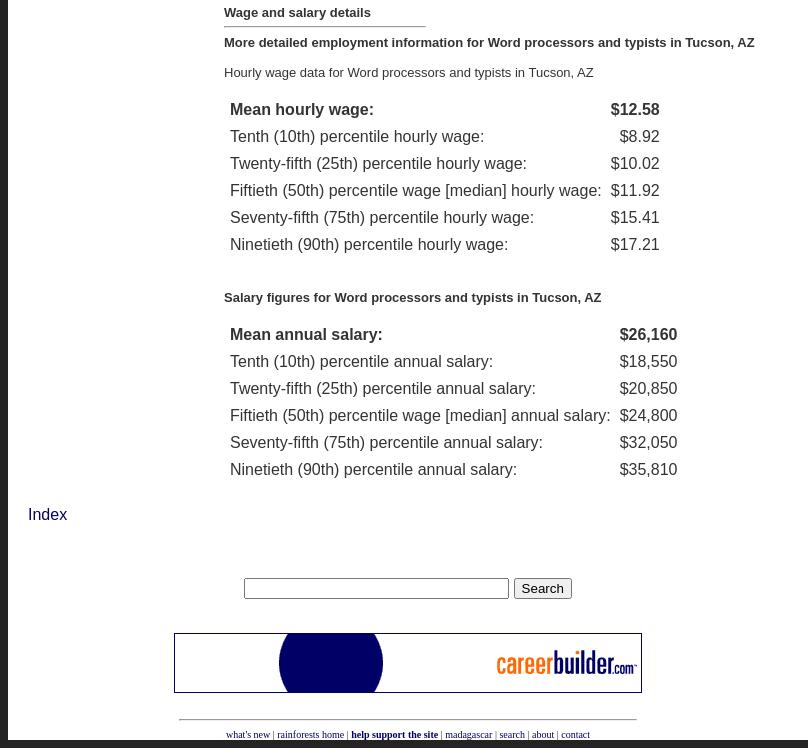 The image size is (808, 748). What do you see at coordinates (634, 108) in the screenshot?
I see `'$12.58'` at bounding box center [634, 108].